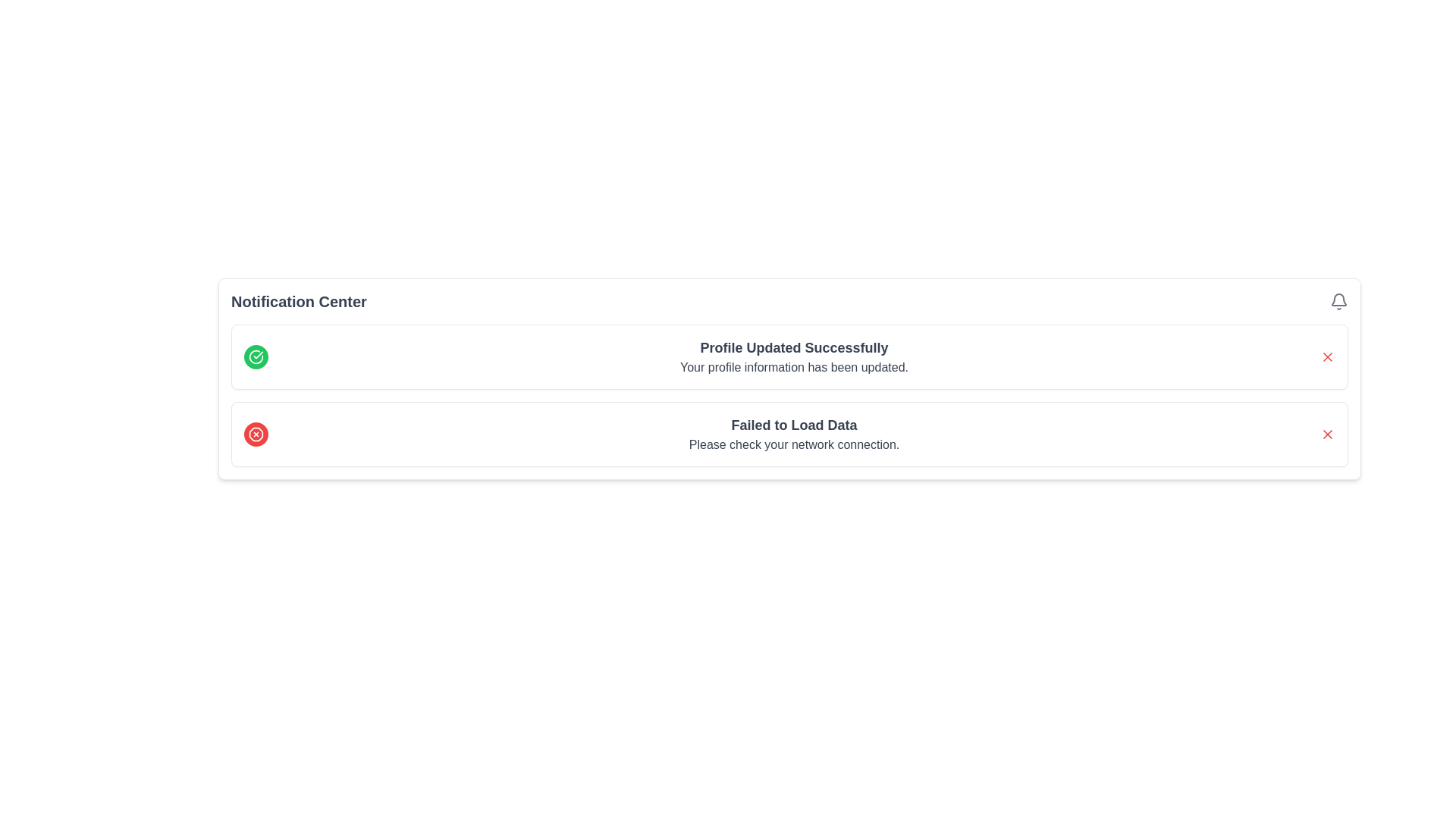 The height and width of the screenshot is (819, 1456). Describe the element at coordinates (256, 435) in the screenshot. I see `the error icon located in the second row of the notification list in the Notification Center, which precedes the text 'Failed to Load Data'` at that location.